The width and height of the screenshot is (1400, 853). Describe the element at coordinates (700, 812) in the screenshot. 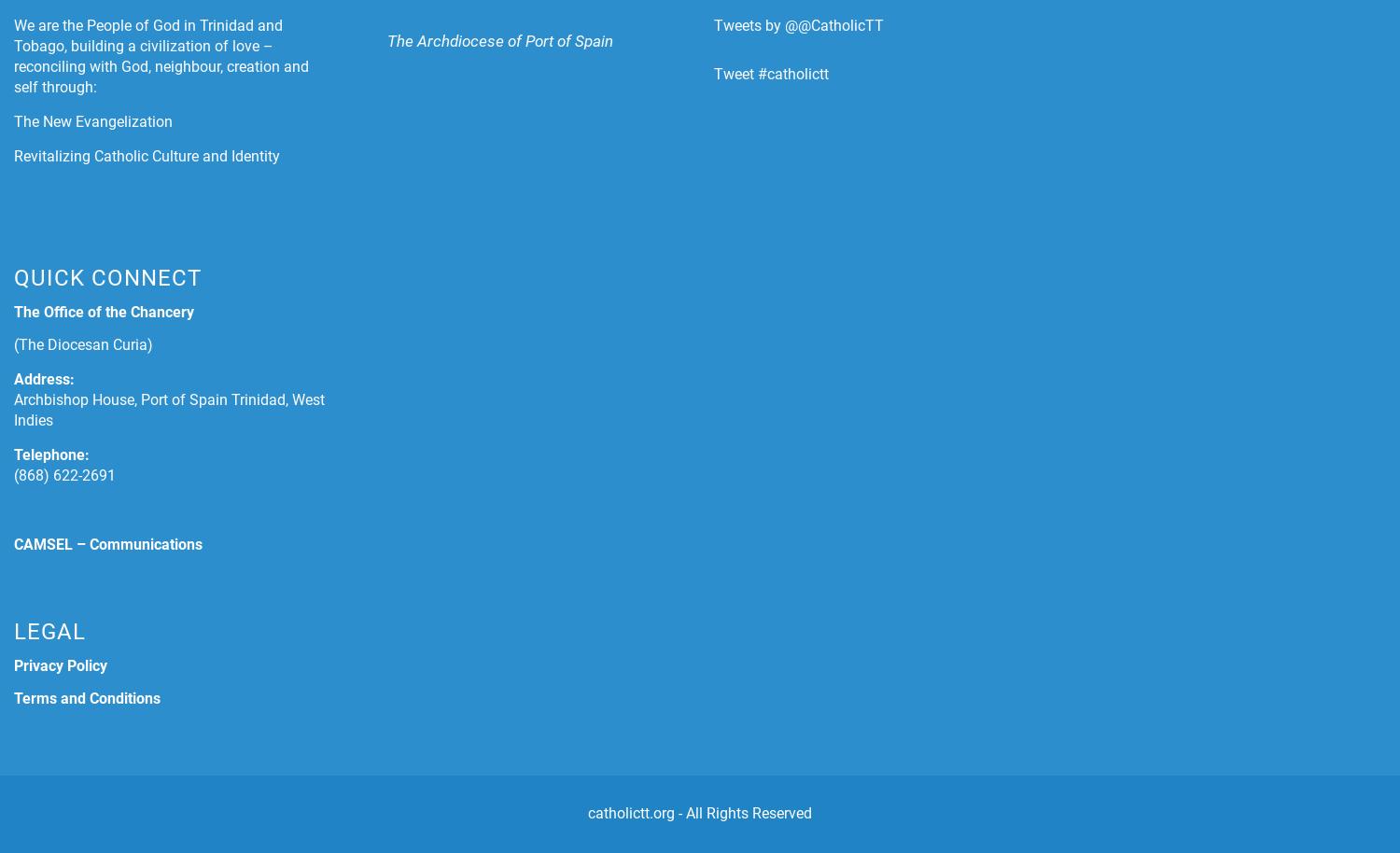

I see `'catholictt.org - All Rights Reserved'` at that location.